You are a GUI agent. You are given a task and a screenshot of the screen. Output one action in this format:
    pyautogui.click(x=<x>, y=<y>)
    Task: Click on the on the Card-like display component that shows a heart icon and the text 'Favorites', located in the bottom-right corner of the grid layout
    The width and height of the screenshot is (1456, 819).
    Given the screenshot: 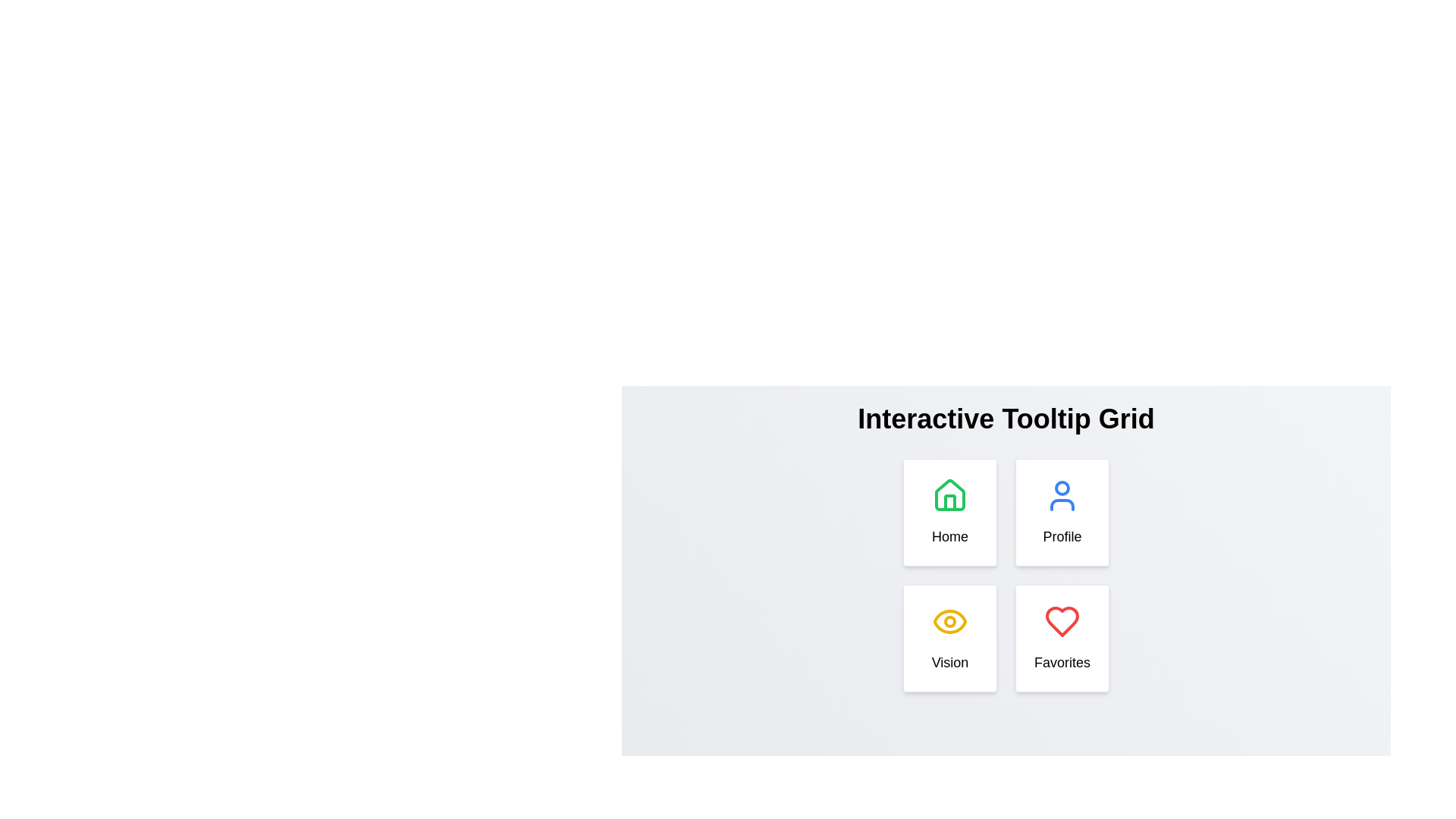 What is the action you would take?
    pyautogui.click(x=1062, y=638)
    